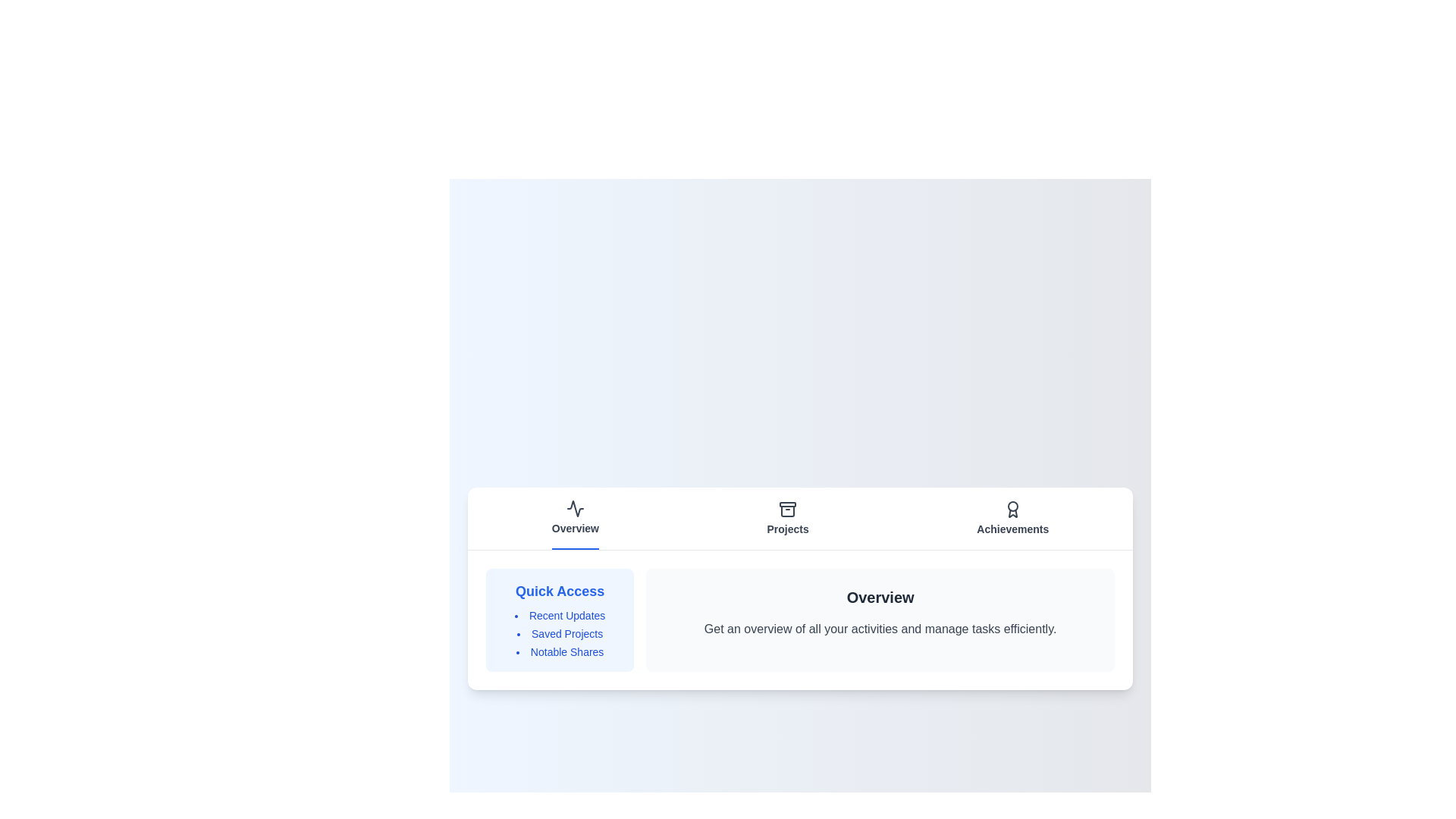  Describe the element at coordinates (664, 620) in the screenshot. I see `the text 'Overview' in the overview section` at that location.